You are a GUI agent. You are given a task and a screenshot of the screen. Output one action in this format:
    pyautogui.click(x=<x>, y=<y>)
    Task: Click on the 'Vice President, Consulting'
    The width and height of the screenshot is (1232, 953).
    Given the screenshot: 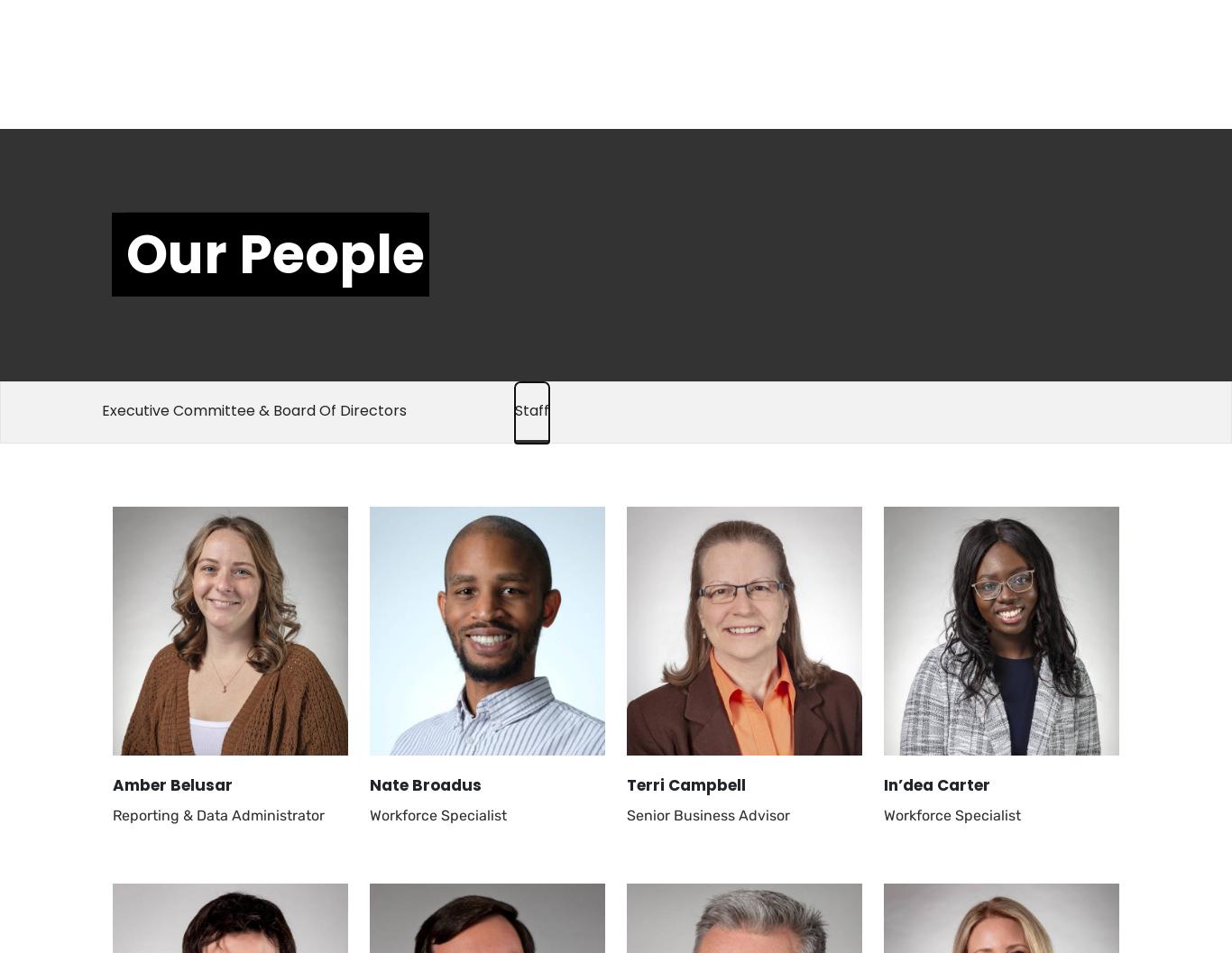 What is the action you would take?
    pyautogui.click(x=972, y=87)
    